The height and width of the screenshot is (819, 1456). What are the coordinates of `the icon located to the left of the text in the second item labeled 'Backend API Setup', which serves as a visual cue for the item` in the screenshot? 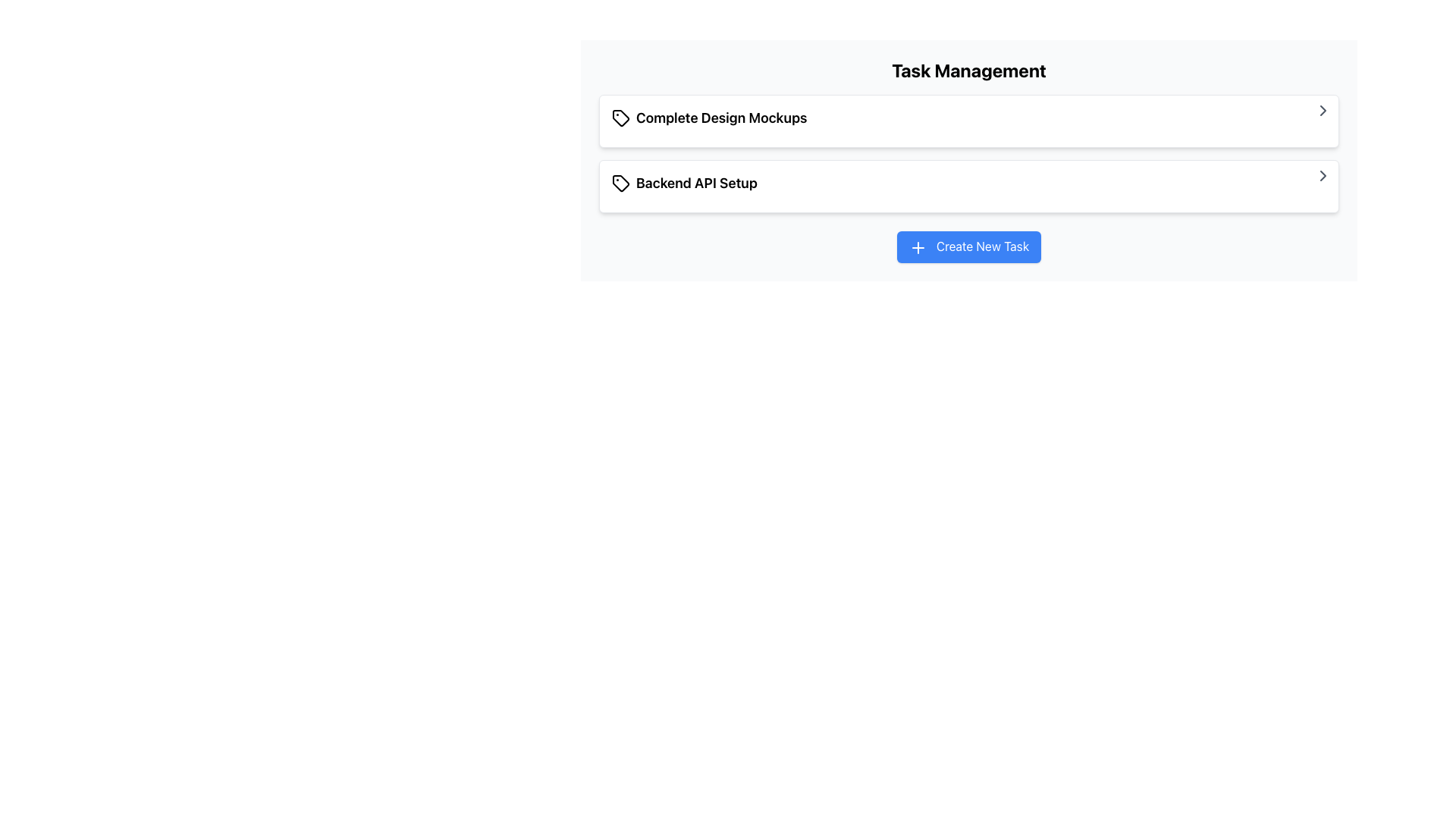 It's located at (621, 183).